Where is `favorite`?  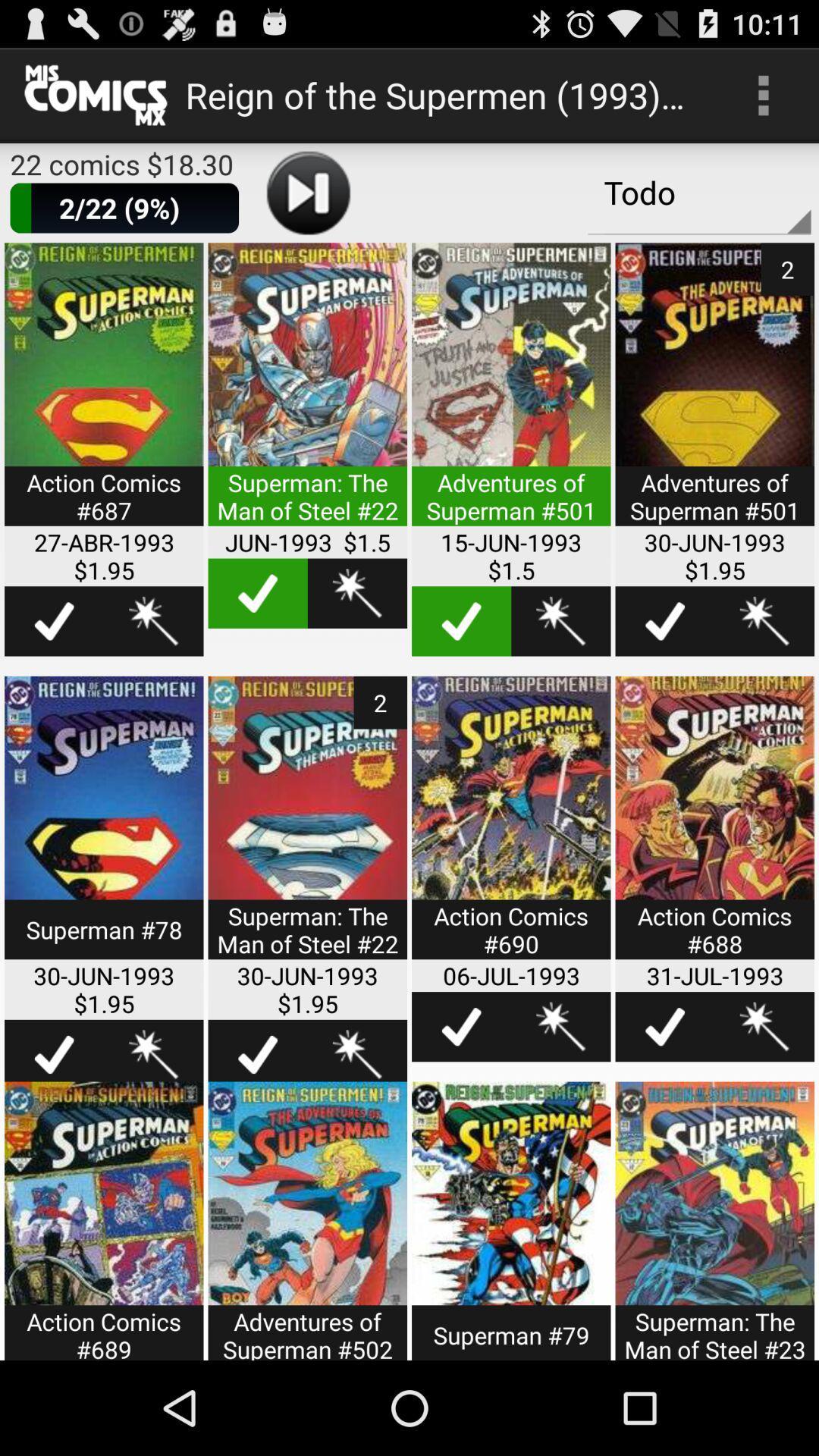
favorite is located at coordinates (357, 592).